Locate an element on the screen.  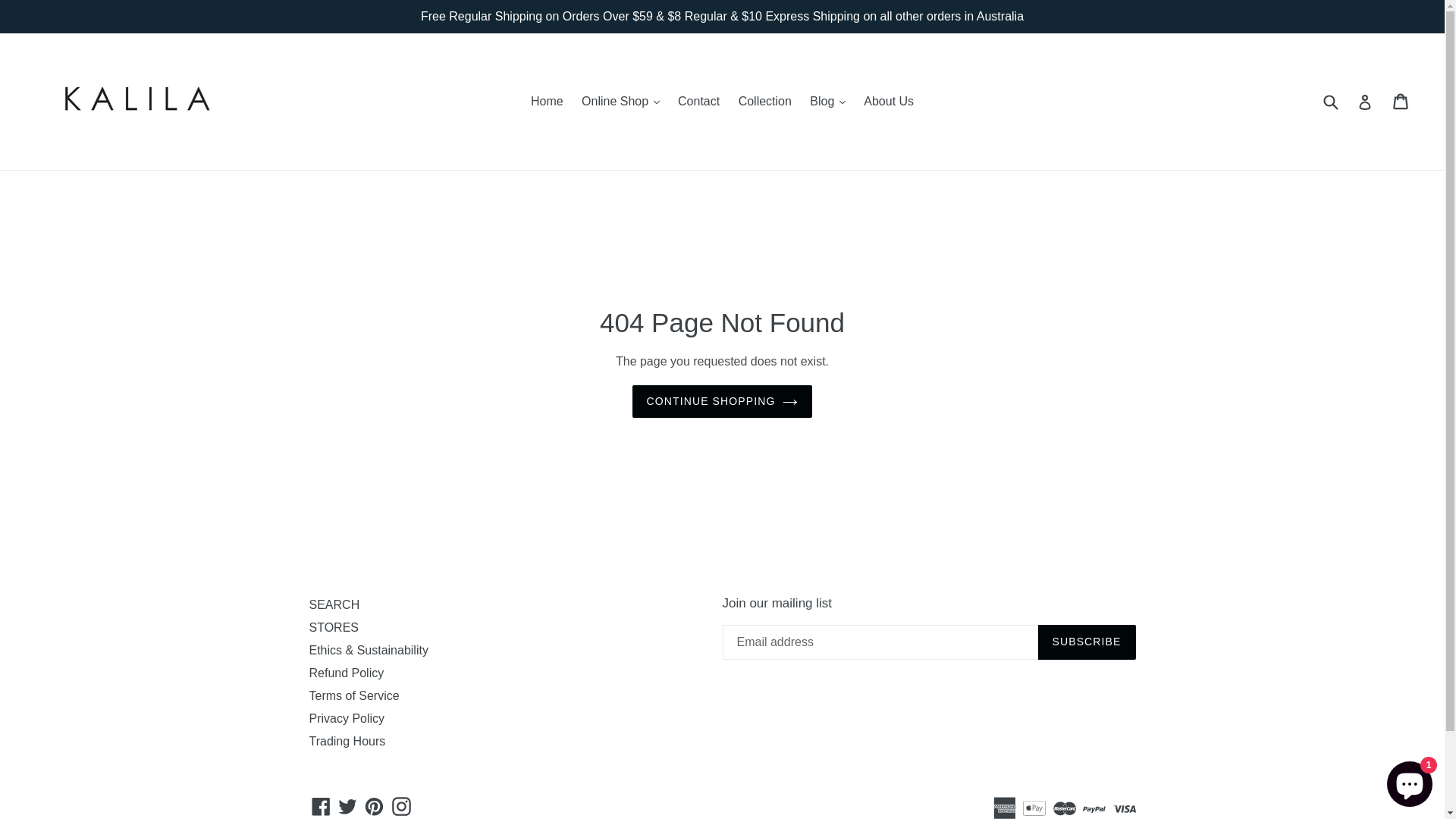
'Facebook' is located at coordinates (320, 805).